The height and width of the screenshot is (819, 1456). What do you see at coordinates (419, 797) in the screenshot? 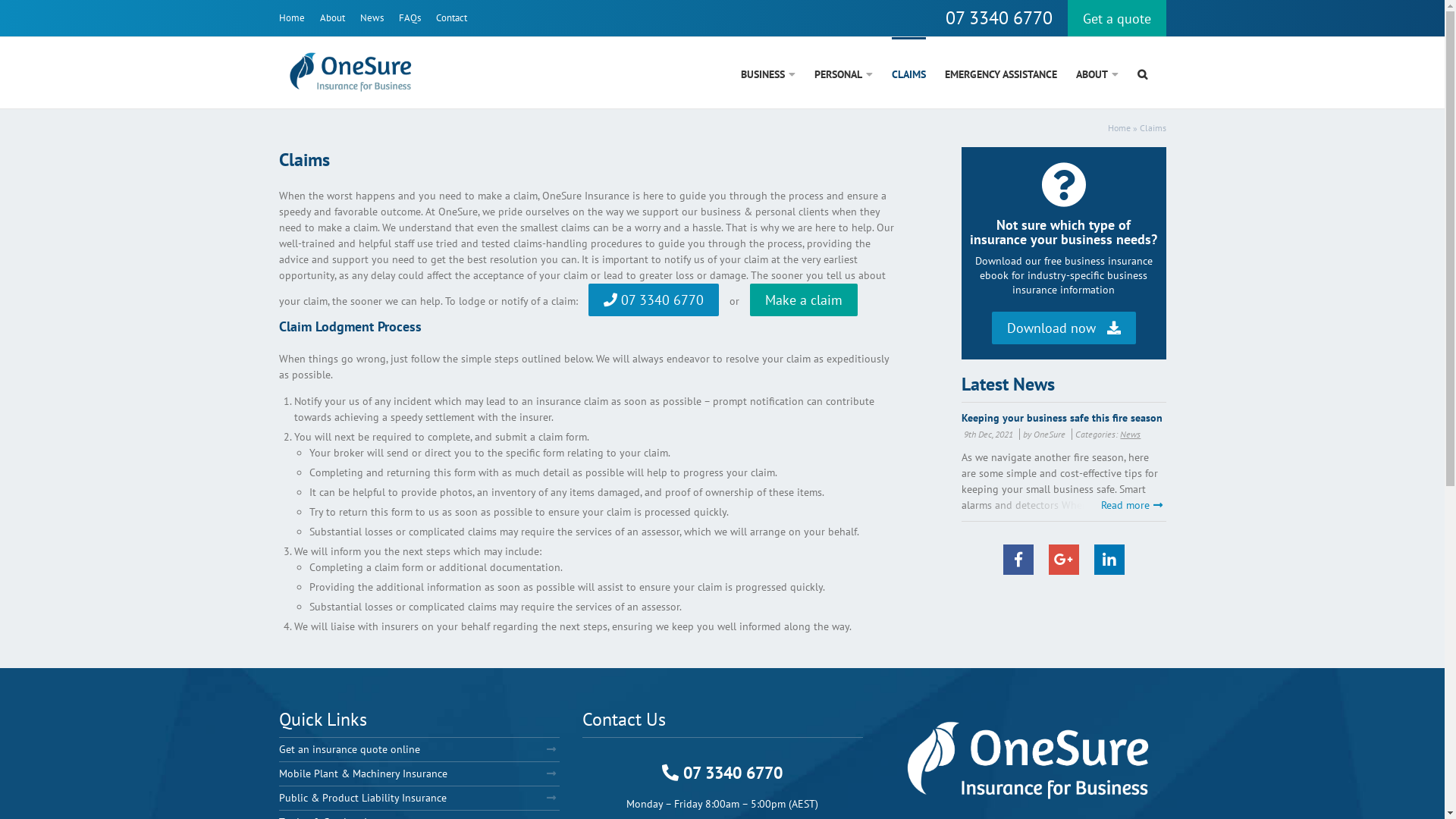
I see `'Public & Product Liability Insurance'` at bounding box center [419, 797].